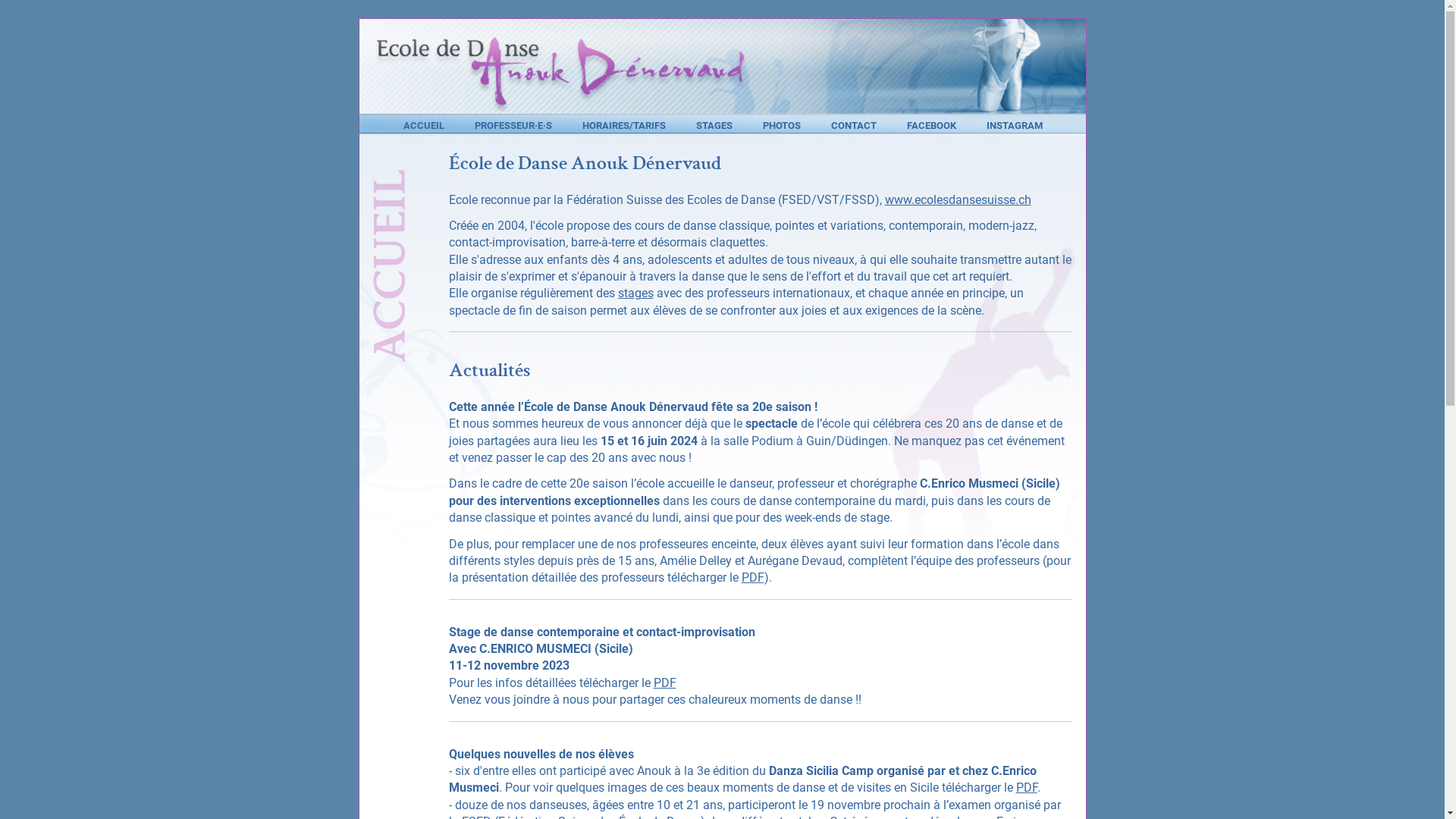  Describe the element at coordinates (713, 124) in the screenshot. I see `'STAGES'` at that location.